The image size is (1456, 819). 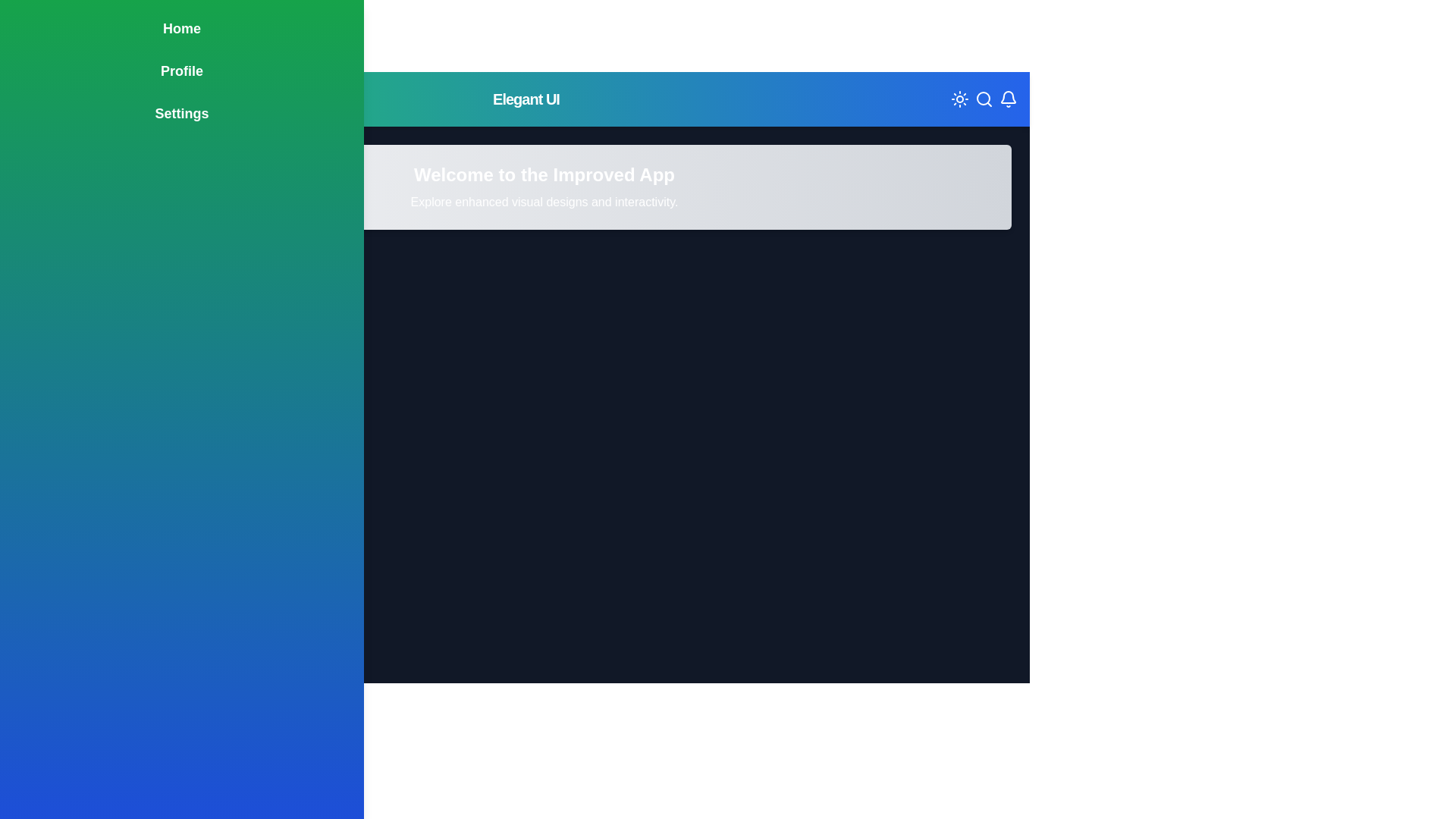 I want to click on the menu item labeled Profile, so click(x=182, y=71).